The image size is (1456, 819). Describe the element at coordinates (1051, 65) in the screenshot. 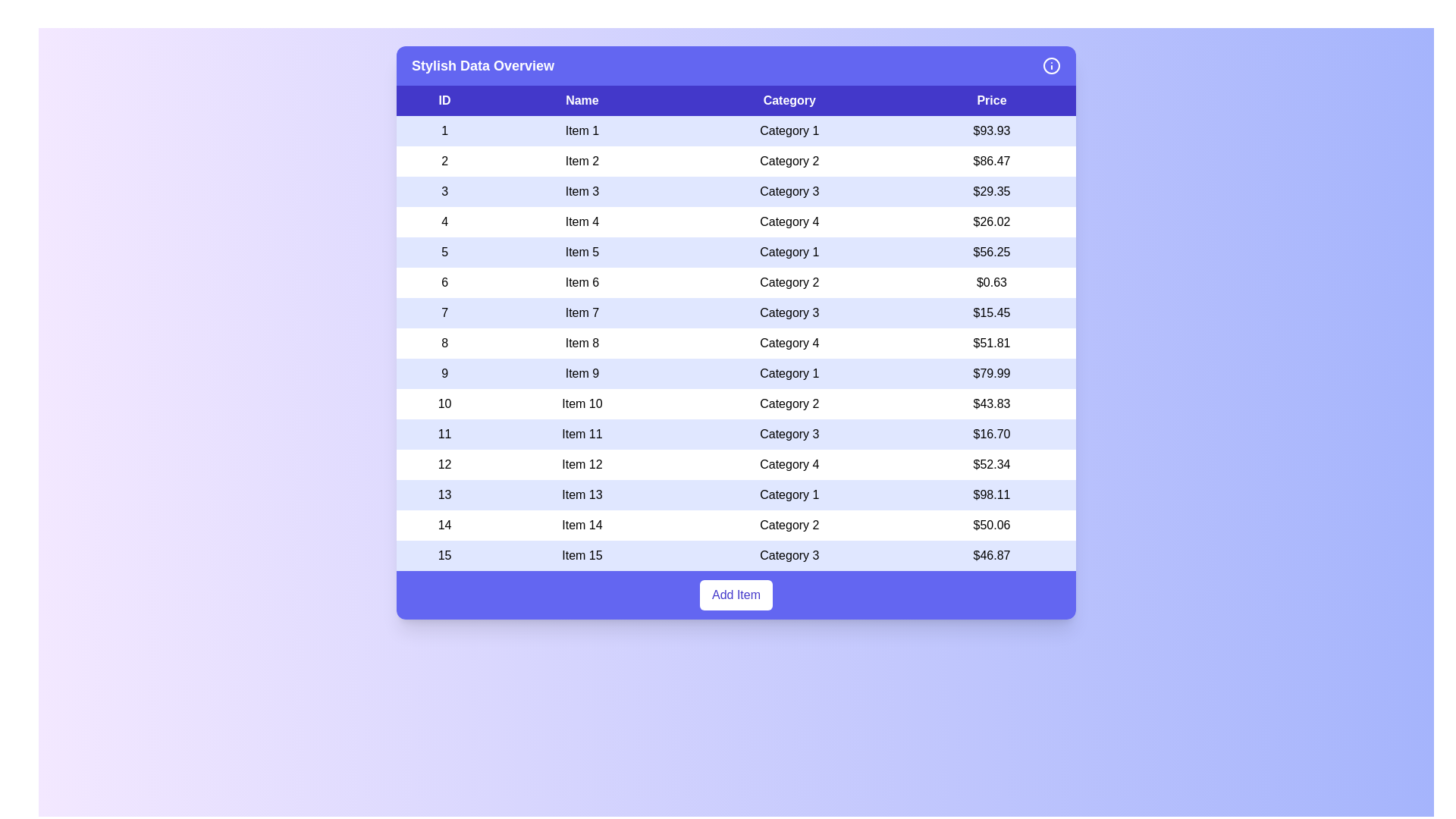

I see `the 'Info' icon in the header` at that location.